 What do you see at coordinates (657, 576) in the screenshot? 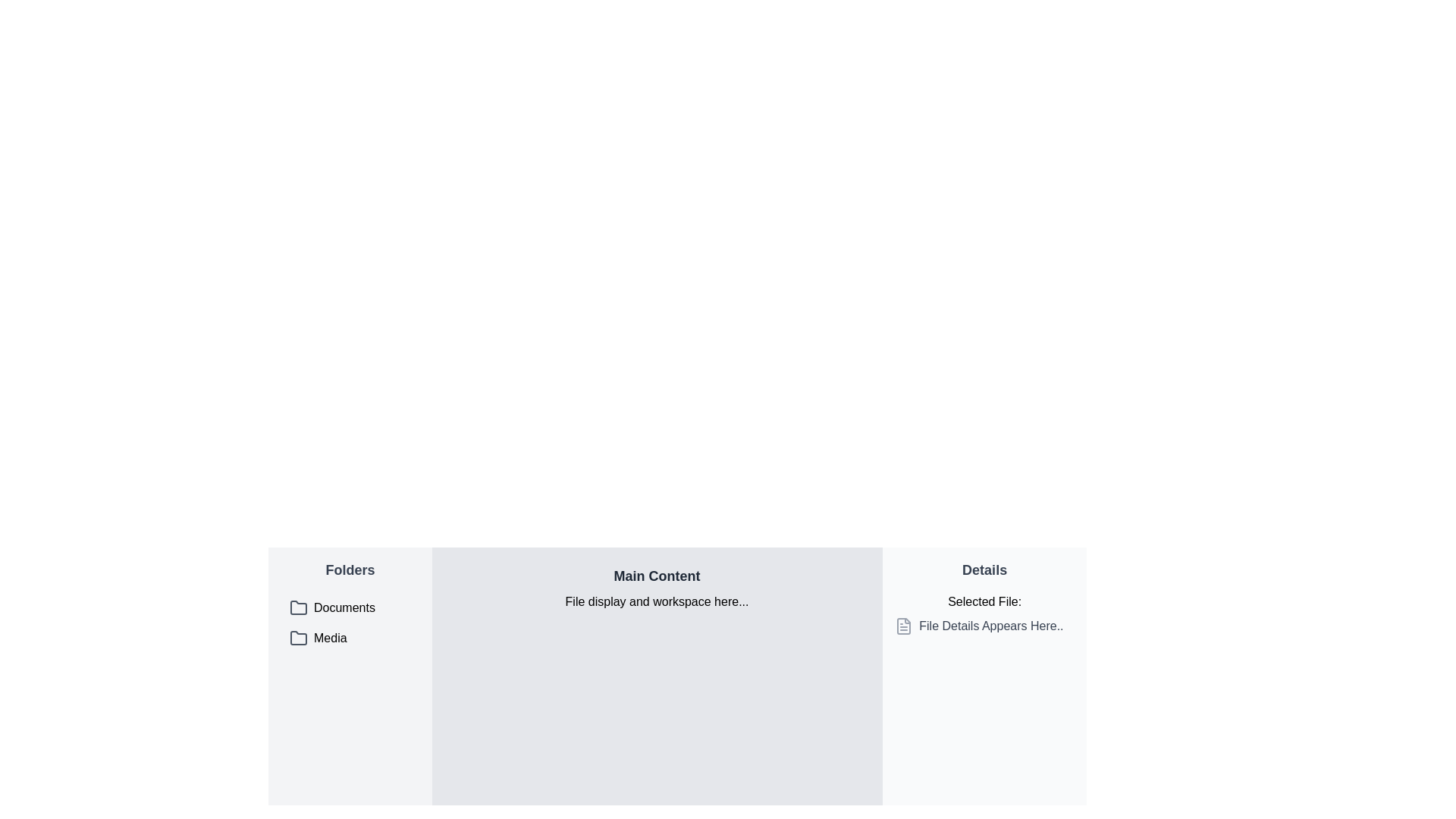
I see `the Text Label that serves as a title or heading for the main content area, located above the text 'File display and workspace here...'` at bounding box center [657, 576].